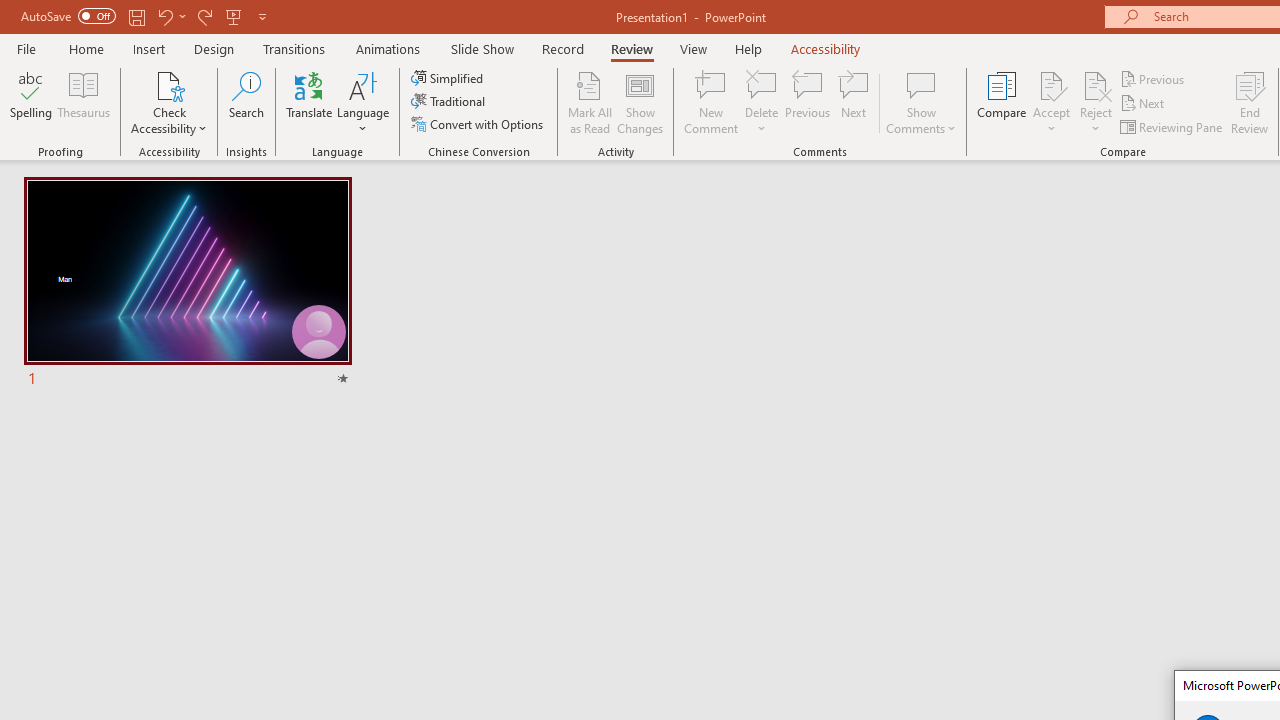 The width and height of the screenshot is (1280, 720). What do you see at coordinates (308, 103) in the screenshot?
I see `'Translate'` at bounding box center [308, 103].